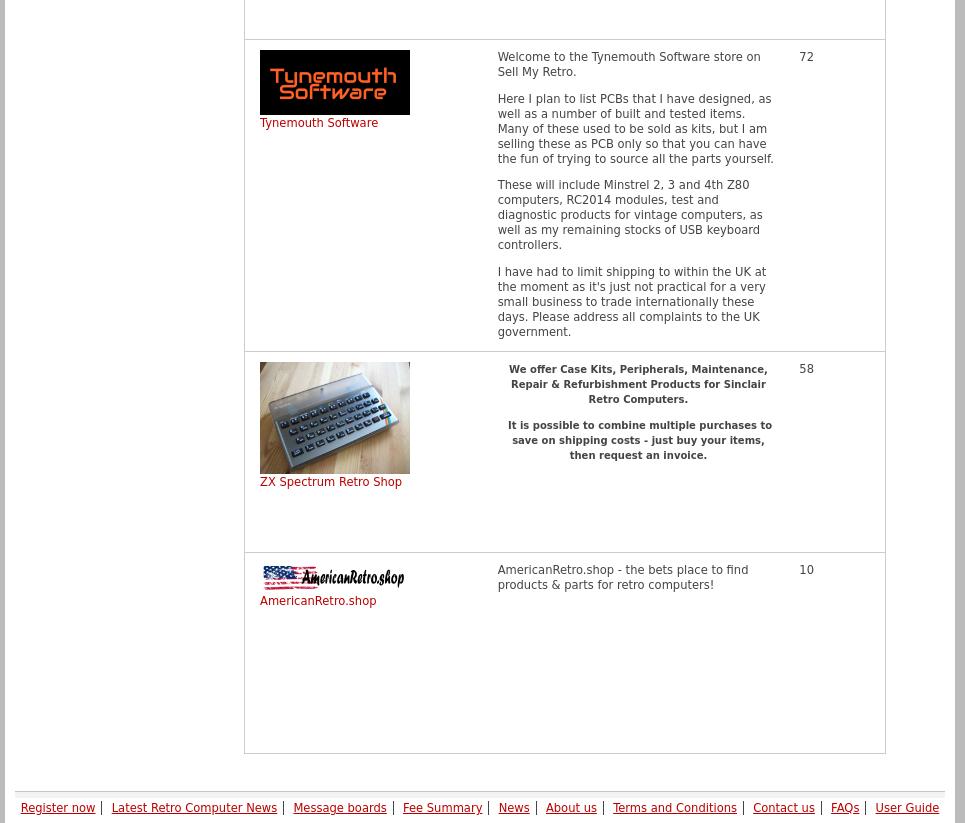 This screenshot has width=965, height=823. I want to click on 'We offer Case Kits, Peripherals, Maintenance, Repair & Refurbishment Products for Sinclair Retro Computers.', so click(637, 382).